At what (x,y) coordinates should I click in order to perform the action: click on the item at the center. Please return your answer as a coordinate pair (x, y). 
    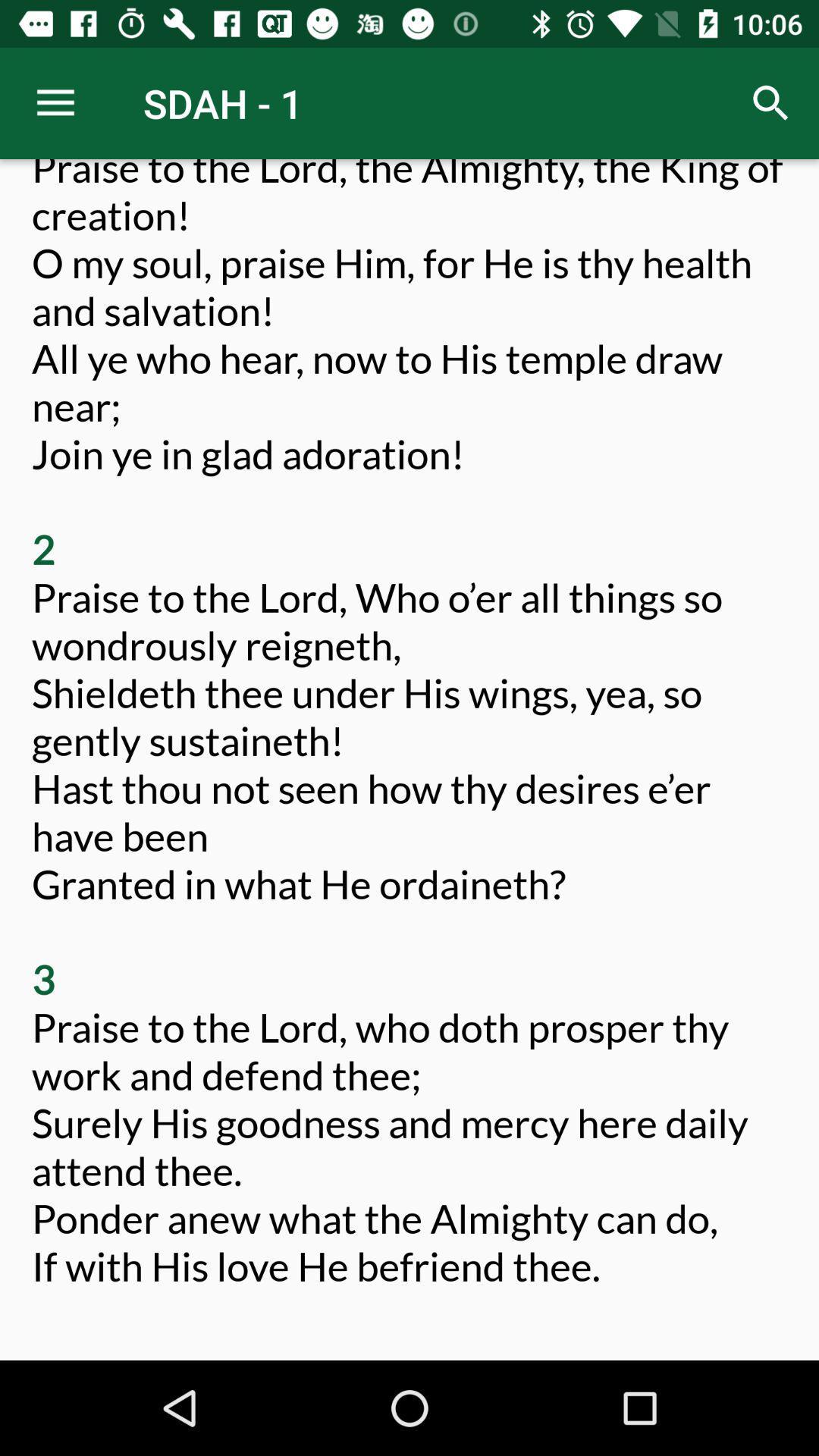
    Looking at the image, I should click on (409, 748).